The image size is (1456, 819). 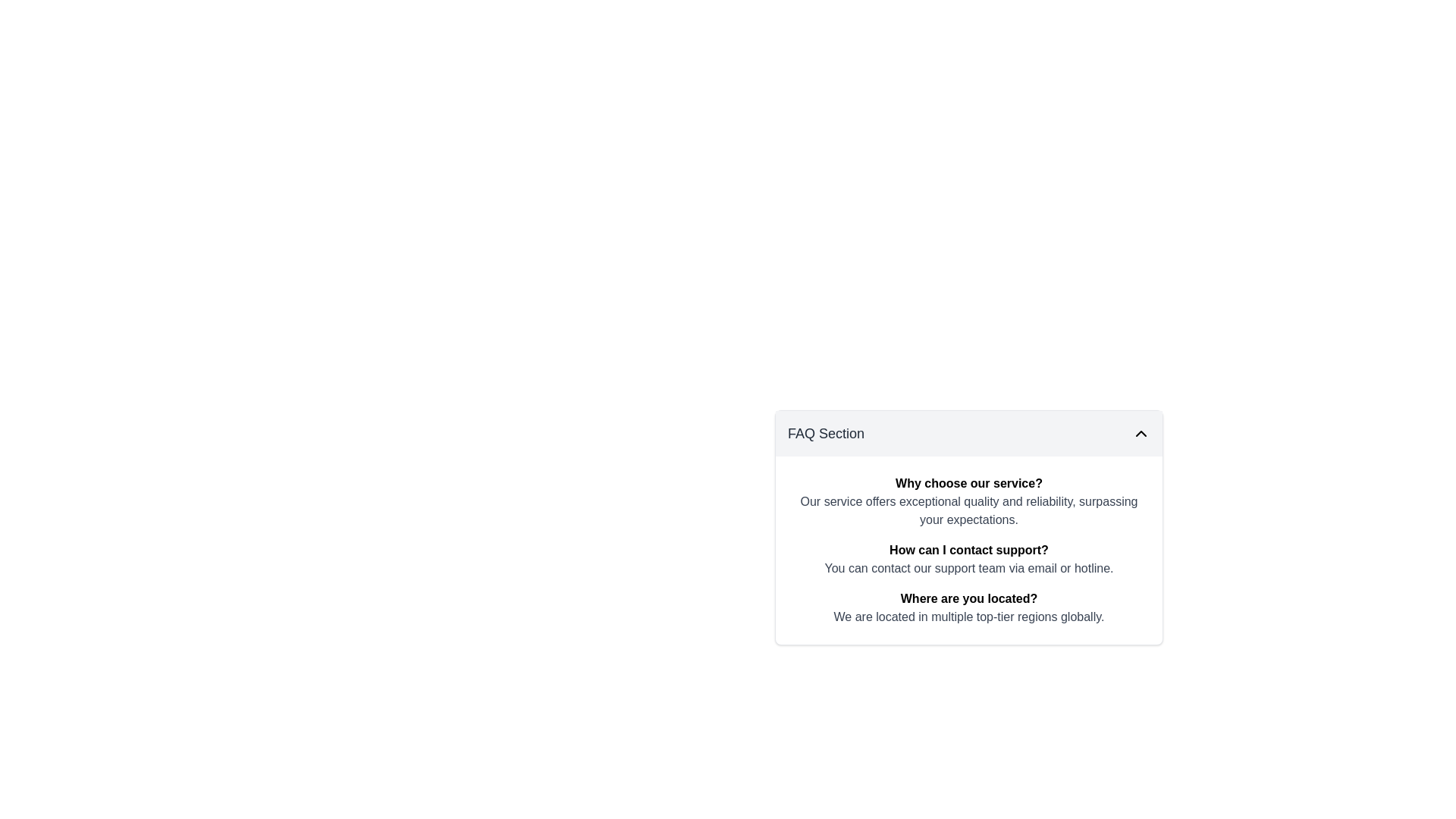 I want to click on the non-interactive textual element that reads 'You can contact our support team via email or hotline.' located in the FAQ section beneath the question 'How can I contact support?', so click(x=968, y=568).